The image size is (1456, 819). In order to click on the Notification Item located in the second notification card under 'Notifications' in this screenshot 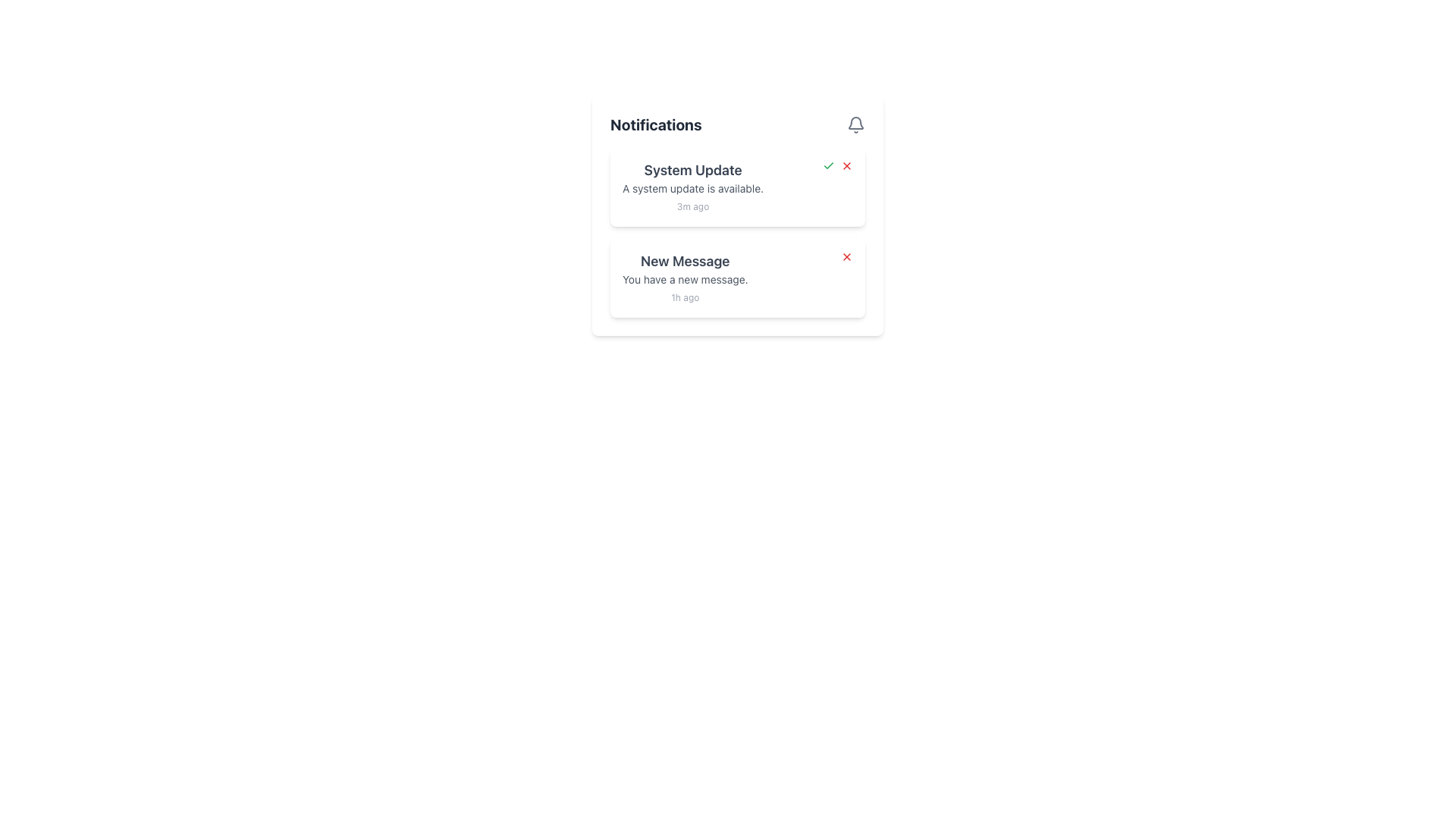, I will do `click(684, 278)`.